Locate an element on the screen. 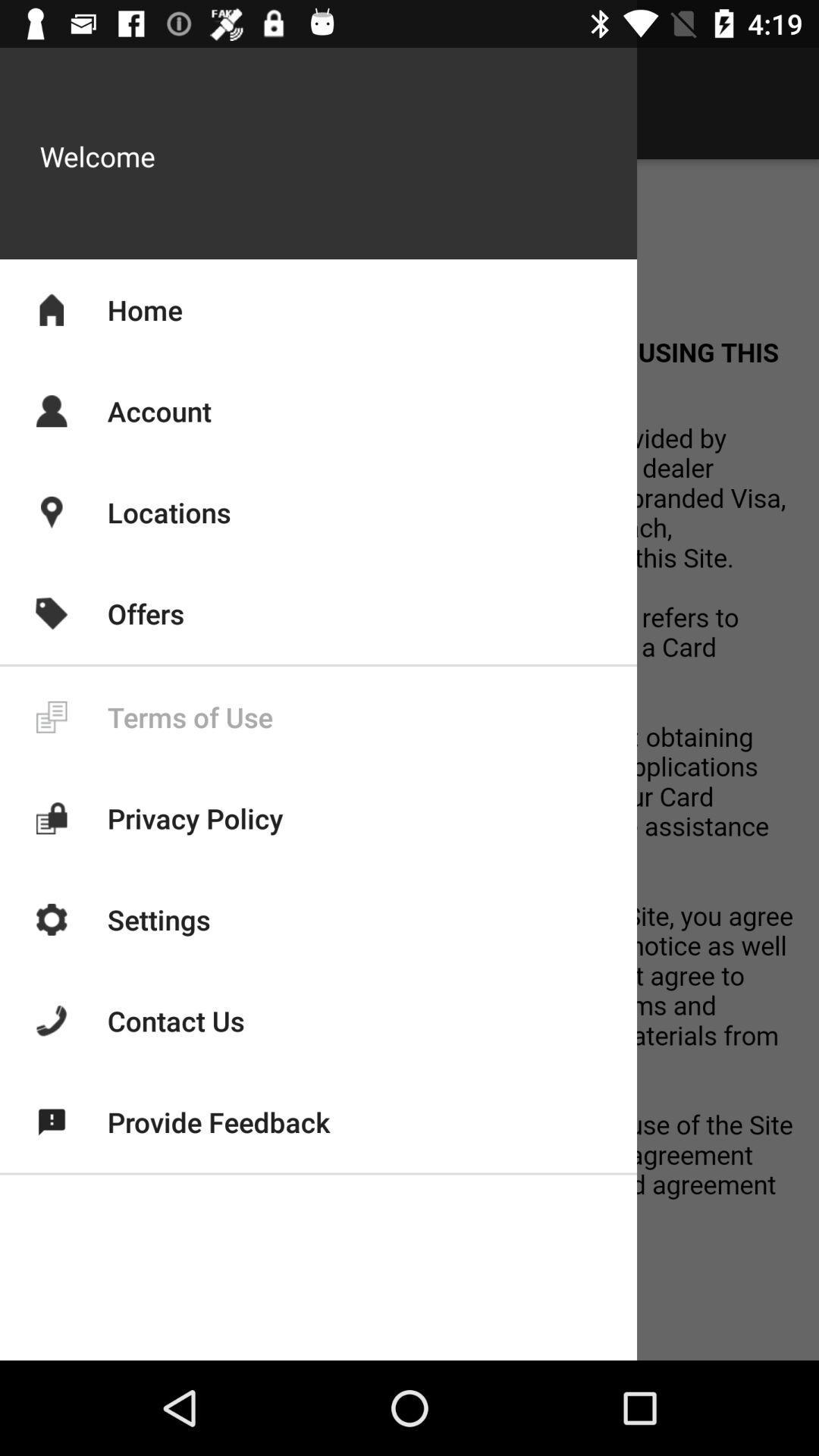 This screenshot has height=1456, width=819. the location icon is located at coordinates (51, 513).